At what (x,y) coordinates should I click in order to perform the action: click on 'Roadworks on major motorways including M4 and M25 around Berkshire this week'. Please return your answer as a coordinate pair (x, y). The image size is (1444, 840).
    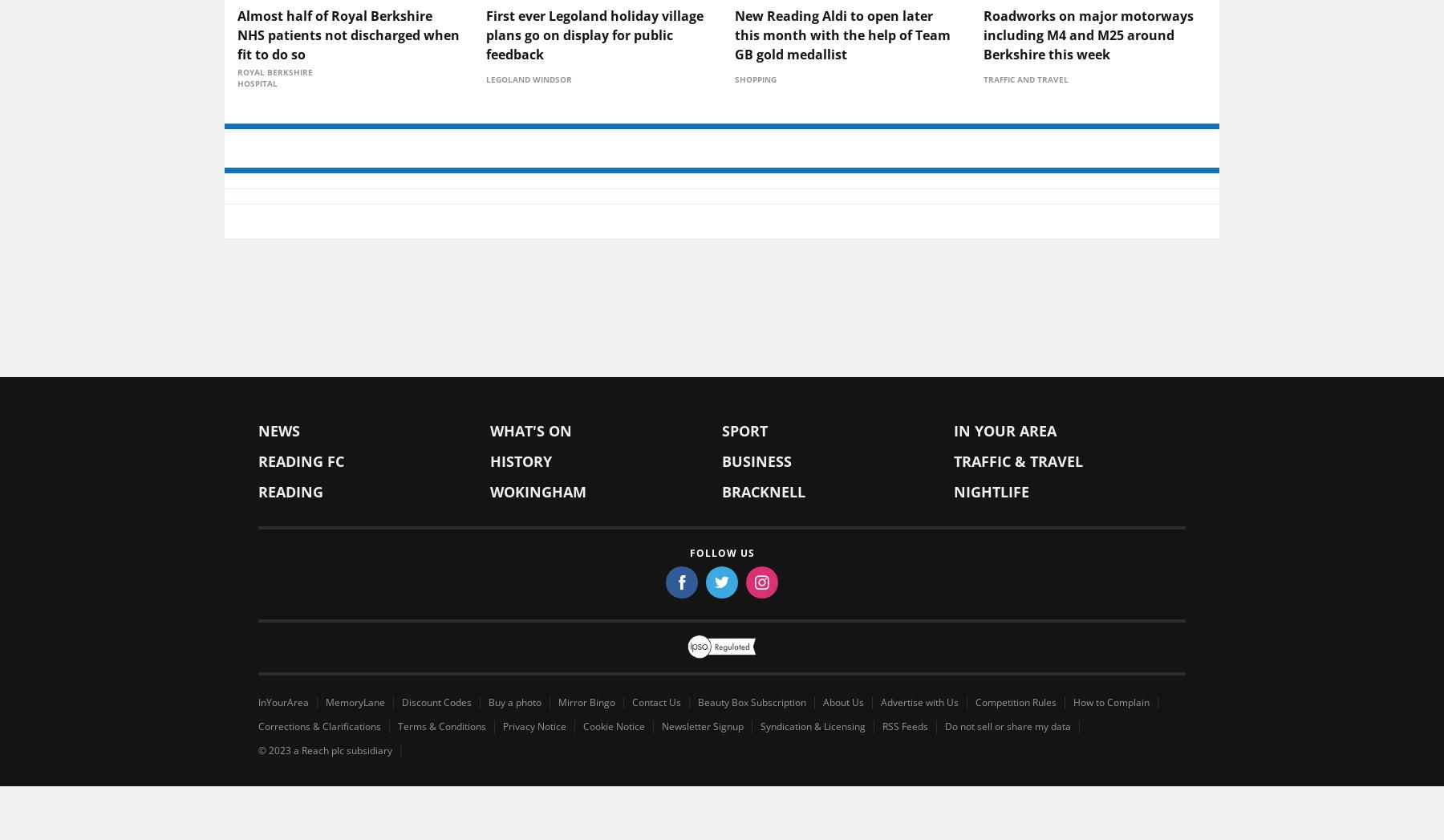
    Looking at the image, I should click on (982, 162).